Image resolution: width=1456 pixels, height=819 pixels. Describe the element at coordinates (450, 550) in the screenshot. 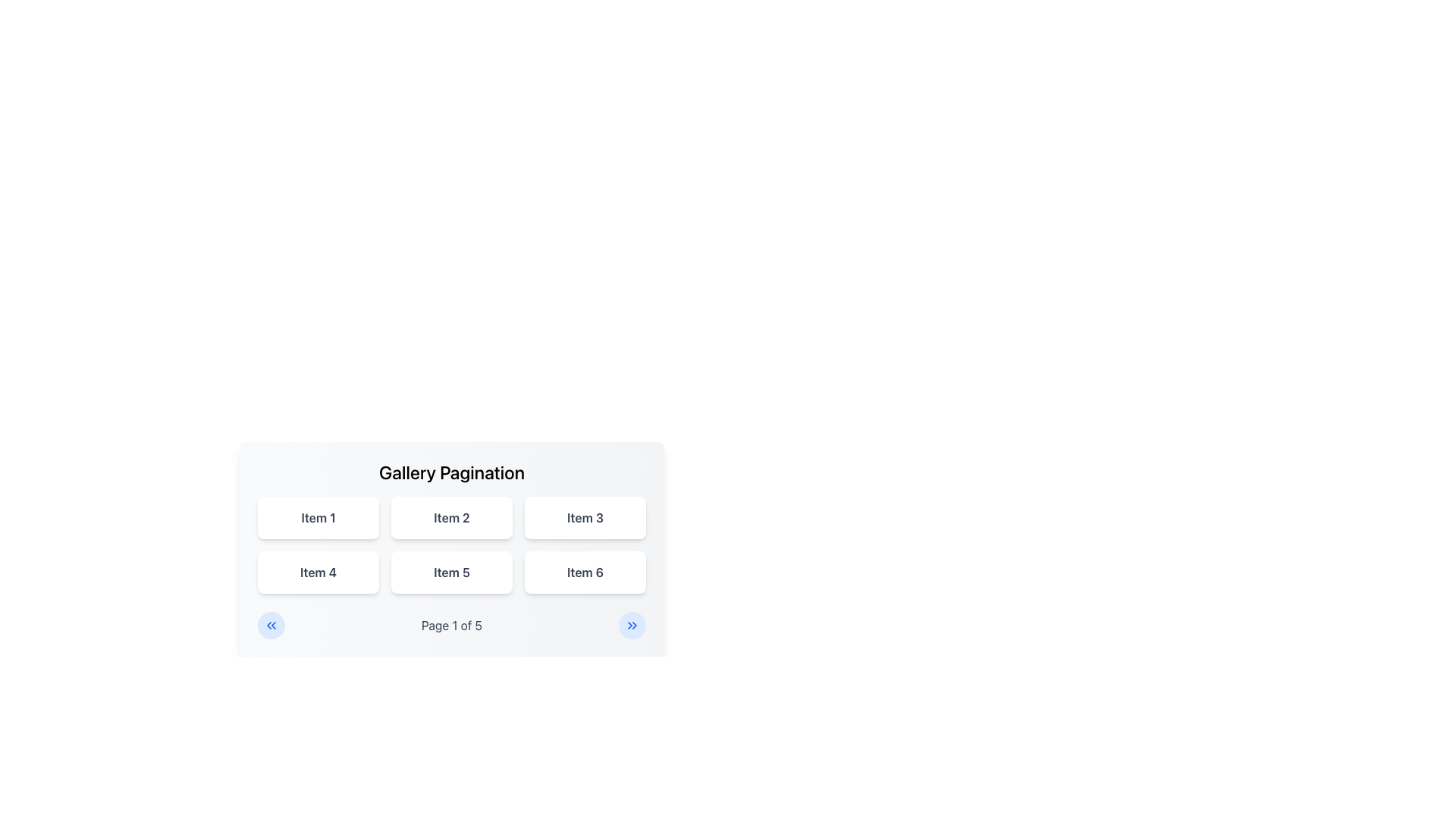

I see `the grid item located in the second row and second column of the 'Gallery Pagination' panel` at that location.